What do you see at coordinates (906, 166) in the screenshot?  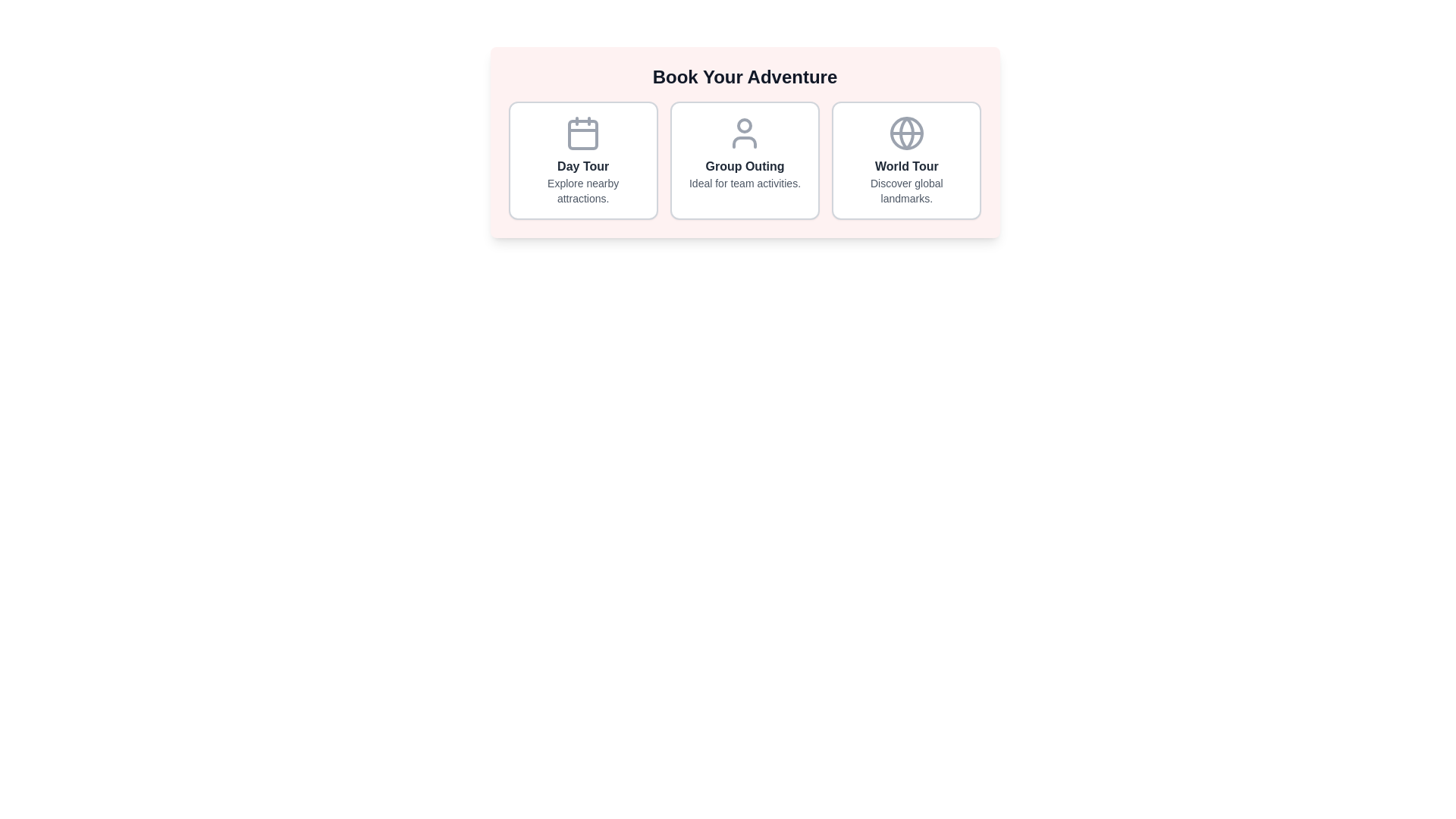 I see `the text label reading 'World Tour' styled with a bold font, located in the rightmost column under 'Book Your Adventure'` at bounding box center [906, 166].